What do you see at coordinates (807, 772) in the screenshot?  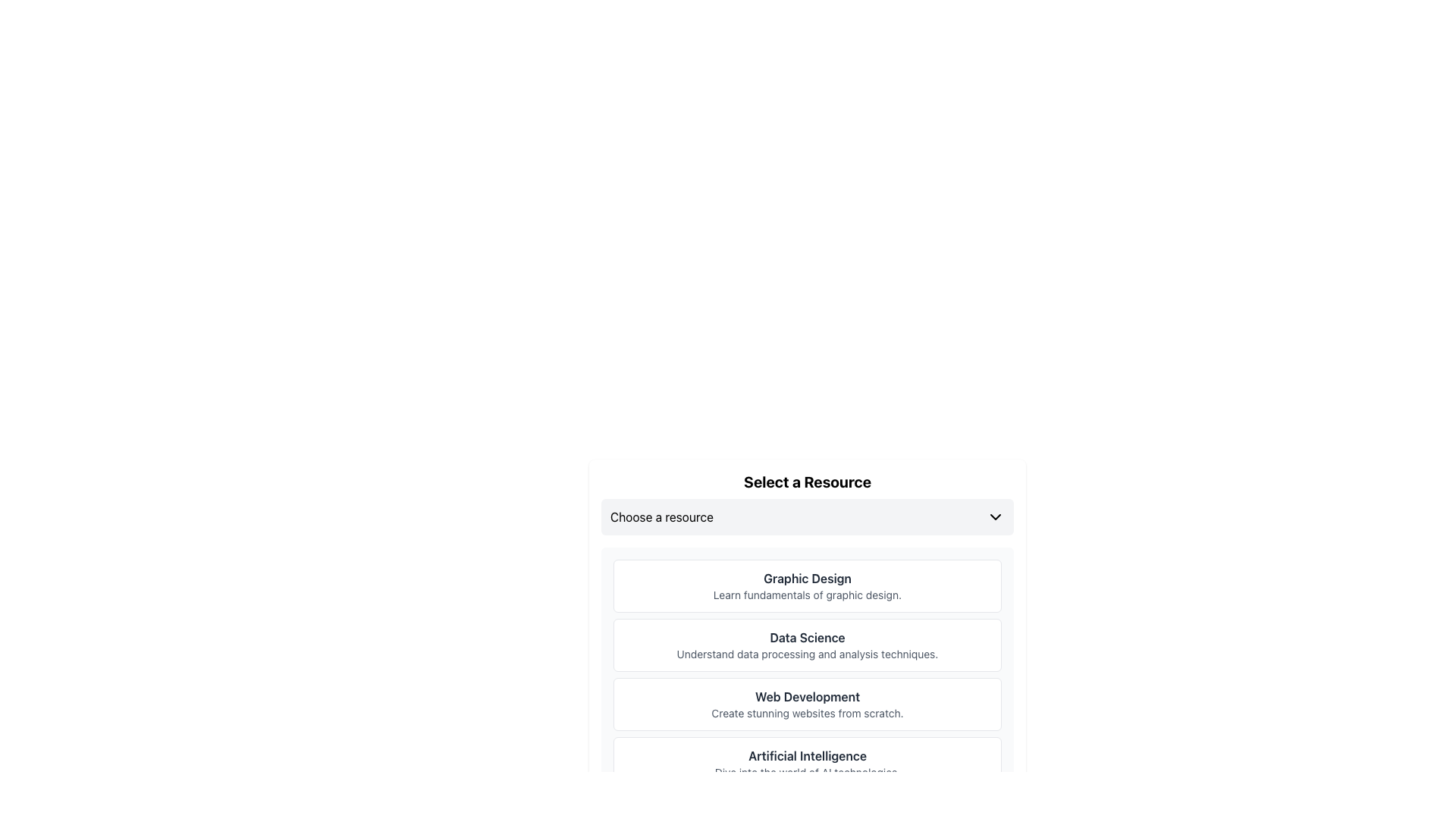 I see `the text label that reads 'Dive into the world of AI technologies.', located beneath the bold title 'Artificial Intelligence' in the 'Select a Resource' section` at bounding box center [807, 772].